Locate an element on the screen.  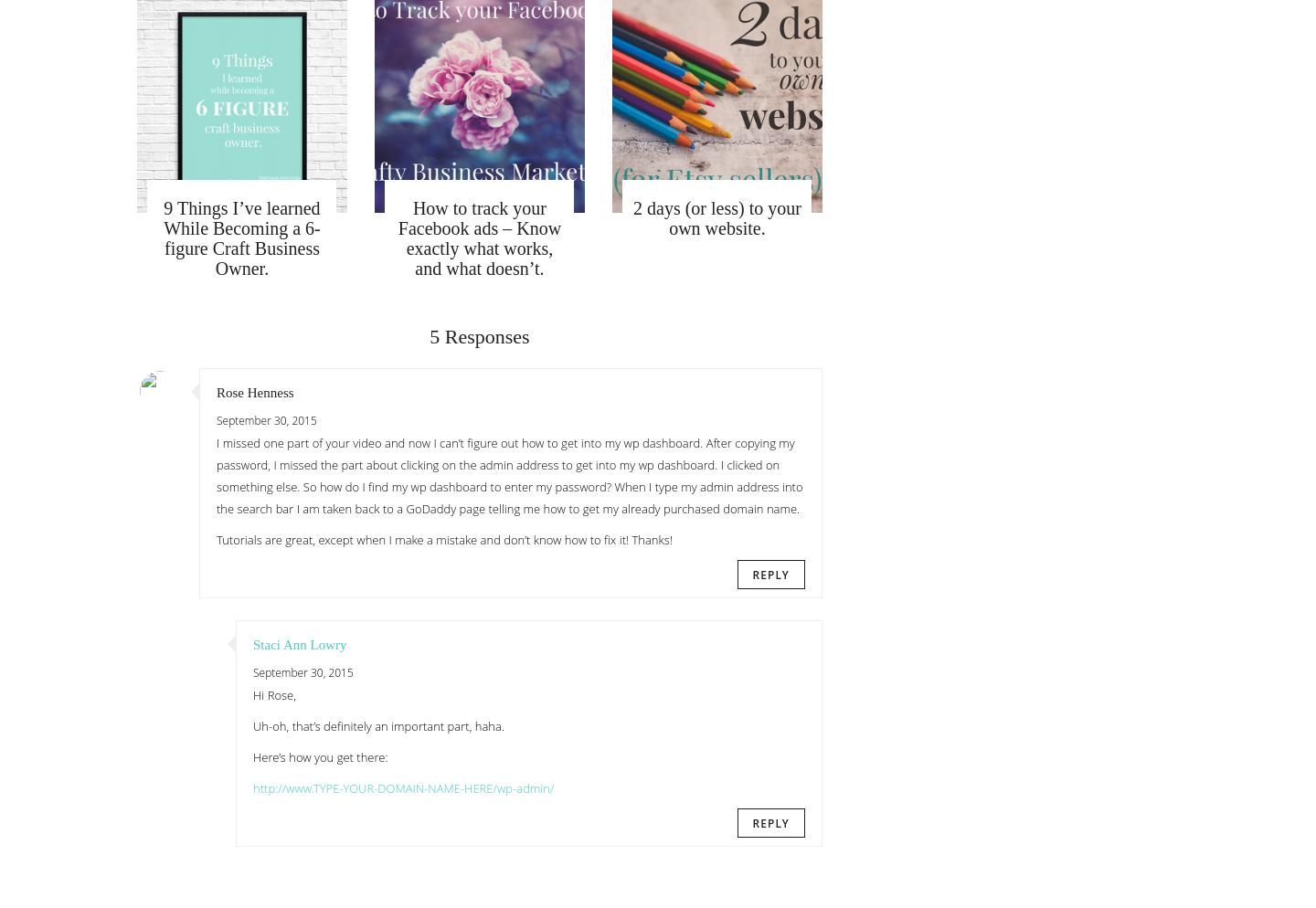
'9 Things I’ve learned While Becoming a 6-figure Craft Business Owner.' is located at coordinates (240, 238).